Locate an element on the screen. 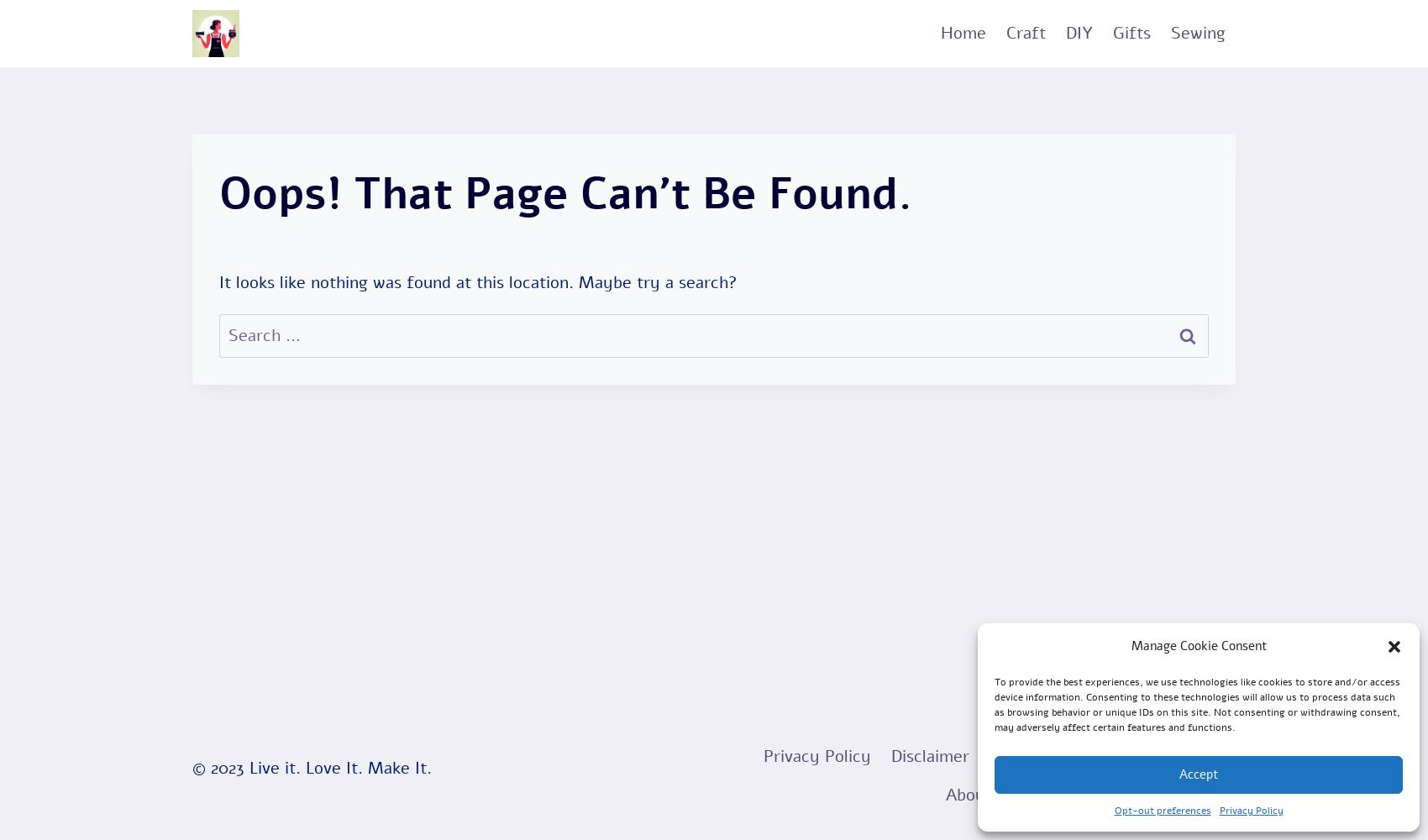 This screenshot has width=1428, height=840. 'Home' is located at coordinates (963, 33).